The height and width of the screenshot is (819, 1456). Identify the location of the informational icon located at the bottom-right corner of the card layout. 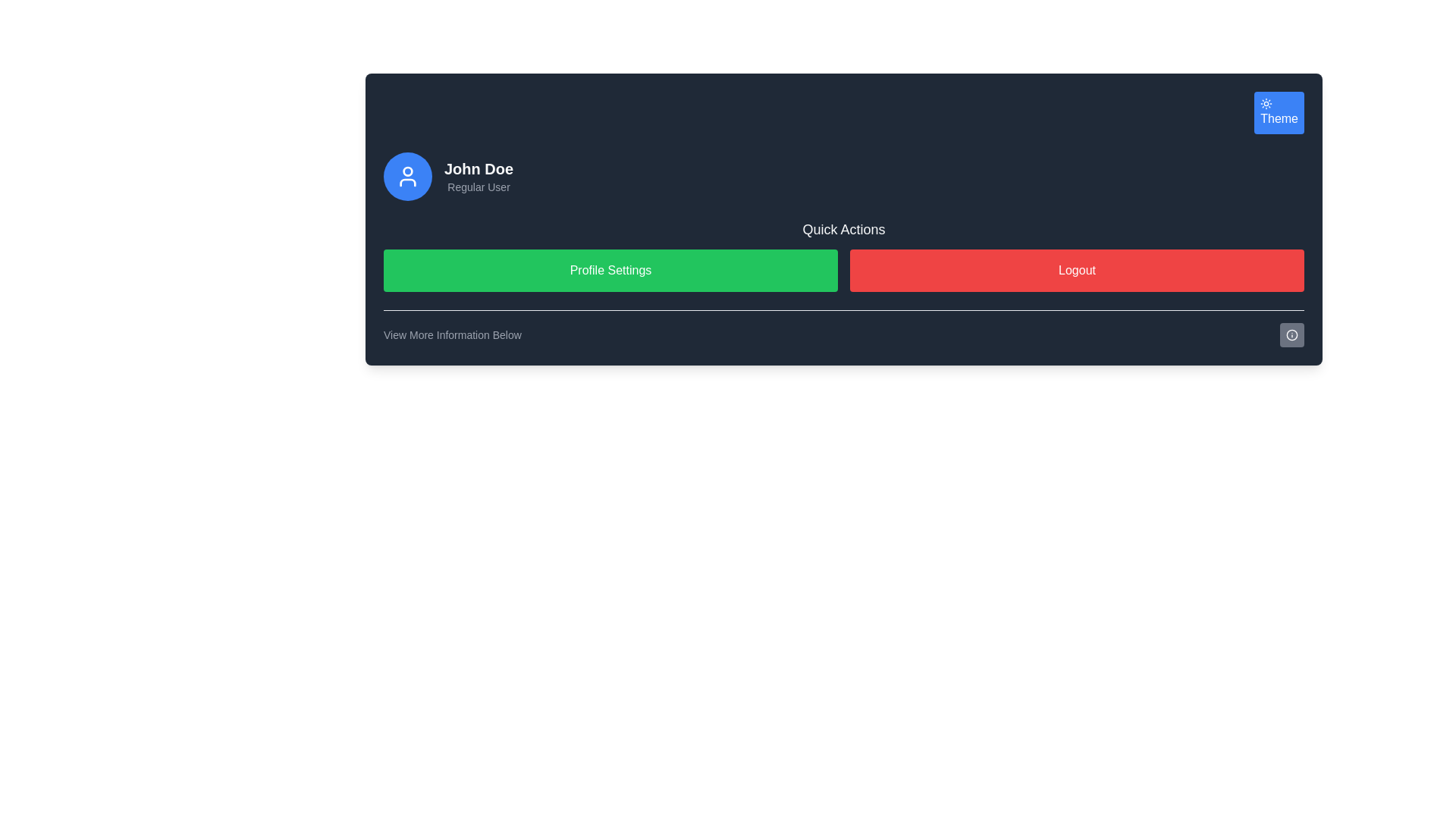
(1291, 334).